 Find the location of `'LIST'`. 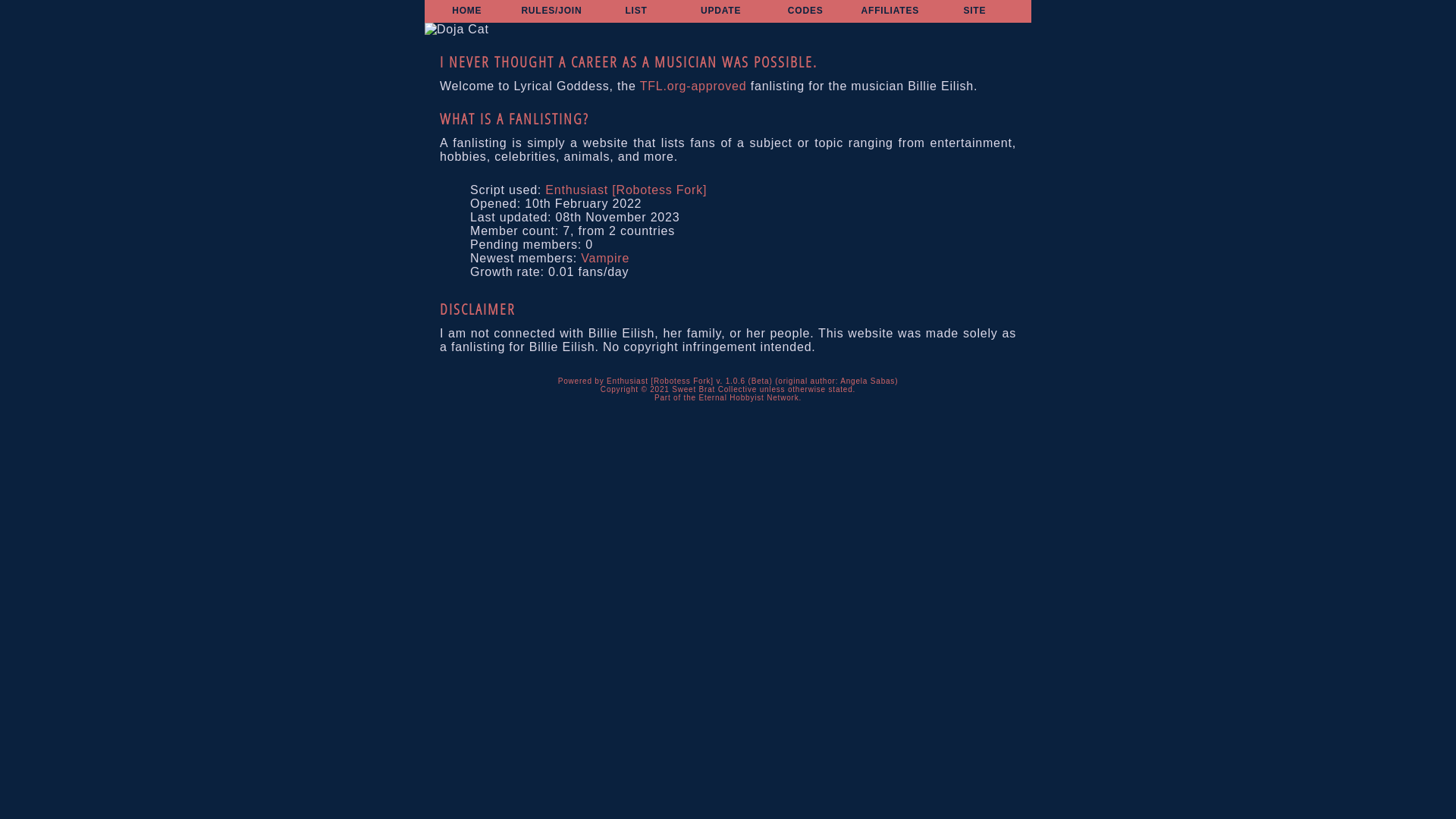

'LIST' is located at coordinates (635, 11).